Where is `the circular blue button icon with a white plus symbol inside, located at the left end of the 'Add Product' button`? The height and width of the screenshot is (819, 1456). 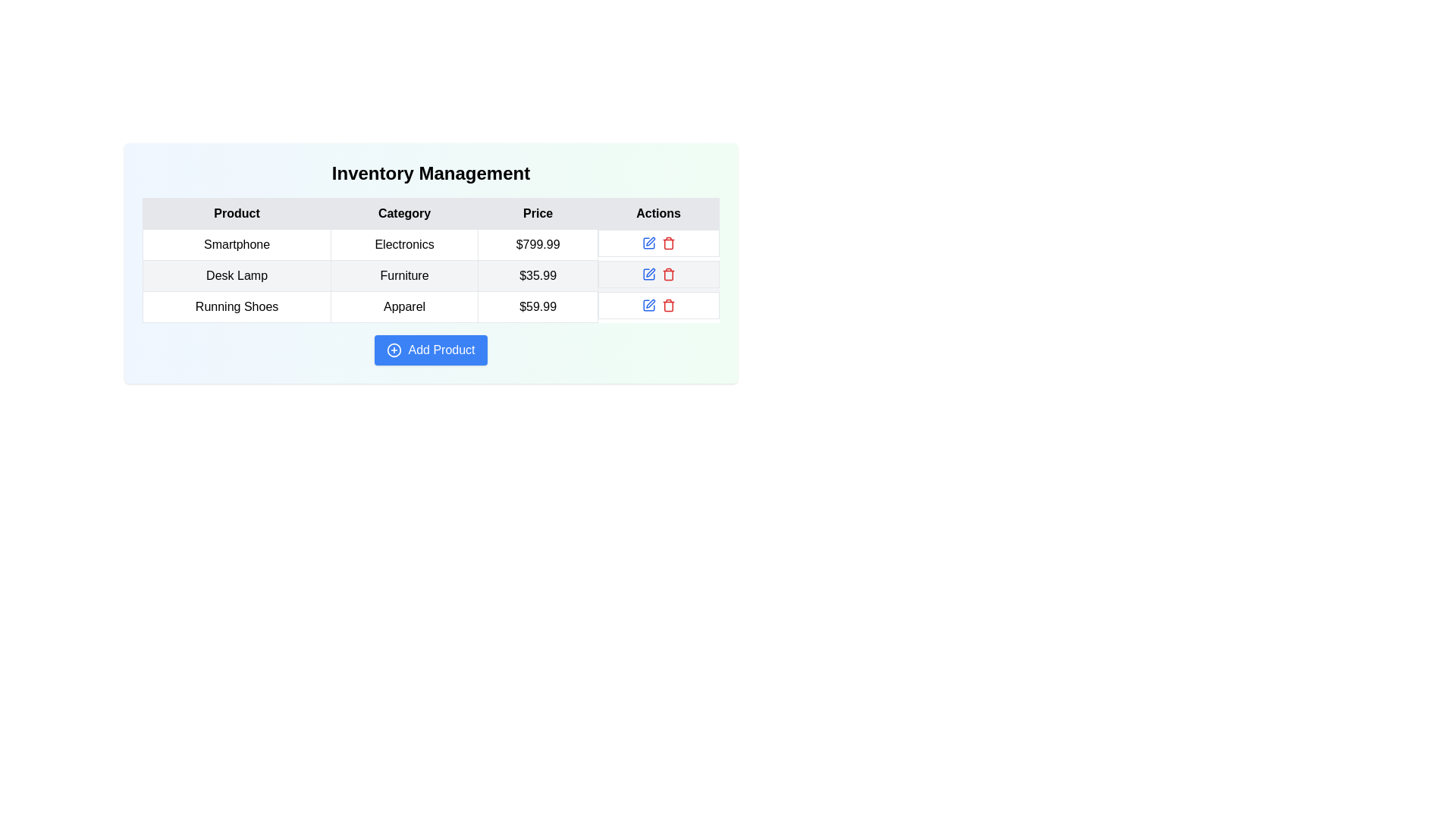 the circular blue button icon with a white plus symbol inside, located at the left end of the 'Add Product' button is located at coordinates (394, 350).